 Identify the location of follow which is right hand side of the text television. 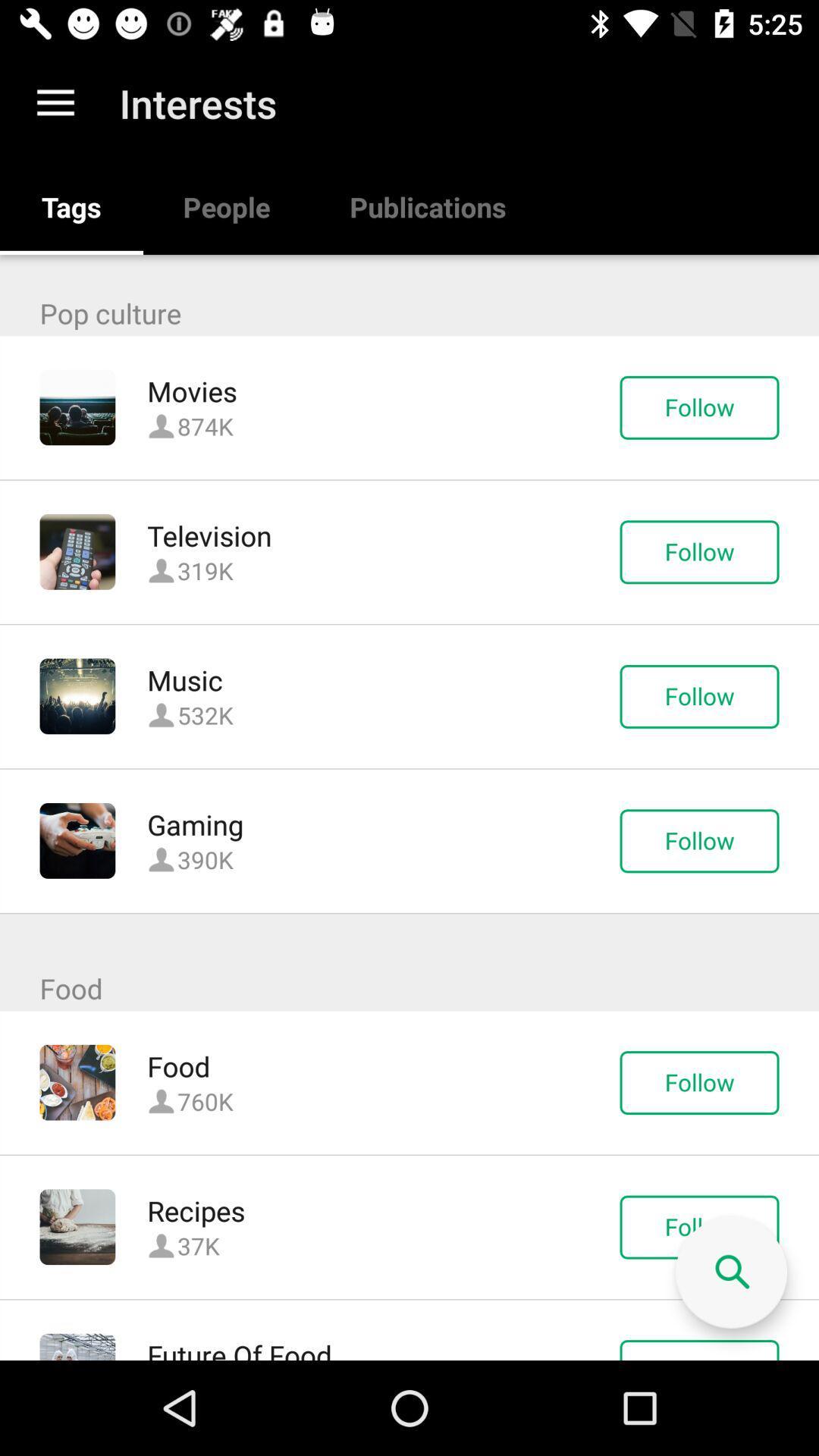
(699, 551).